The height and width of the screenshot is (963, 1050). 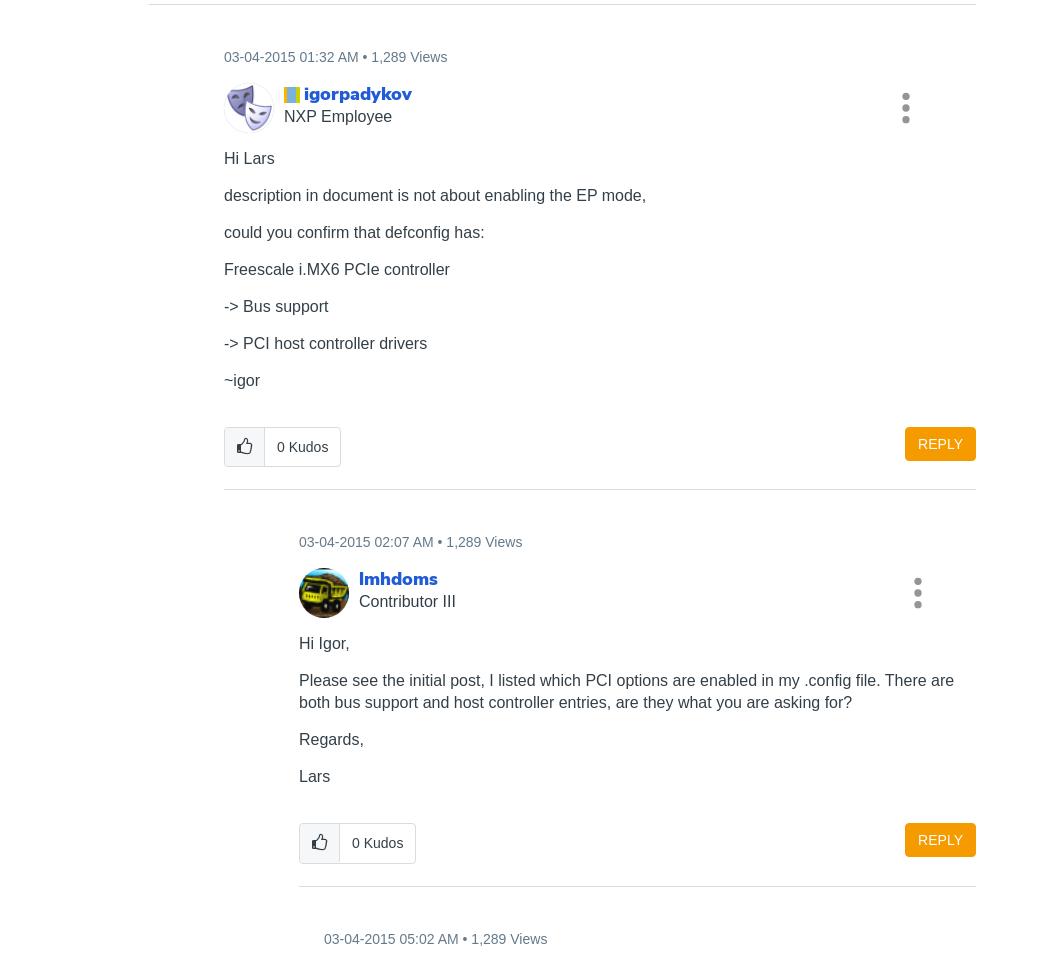 I want to click on 'Lars', so click(x=314, y=776).